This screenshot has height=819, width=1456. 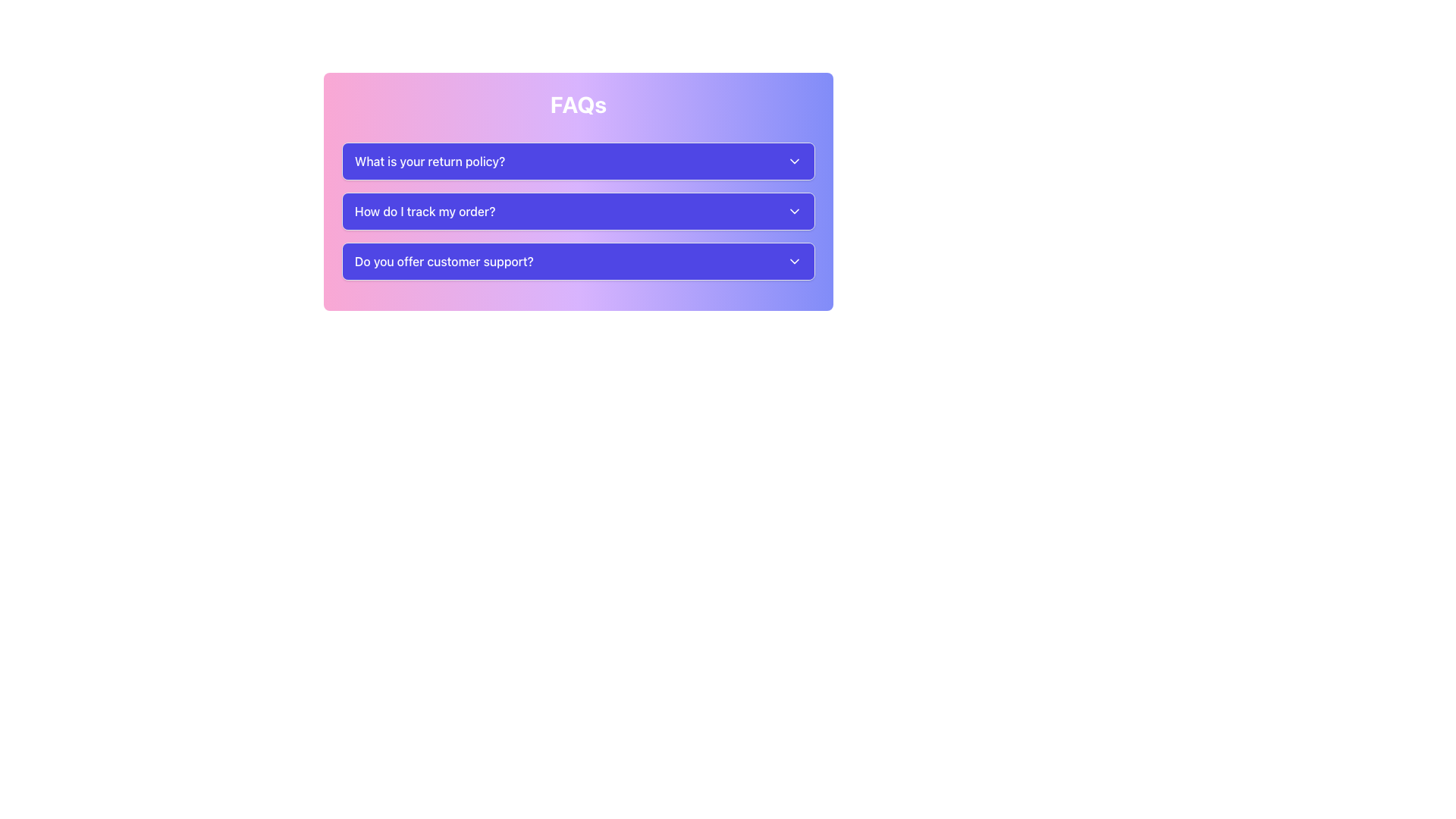 I want to click on the button labeled 'Do you offer customer support?' which is the third button in a vertically stacked list, so click(x=578, y=260).